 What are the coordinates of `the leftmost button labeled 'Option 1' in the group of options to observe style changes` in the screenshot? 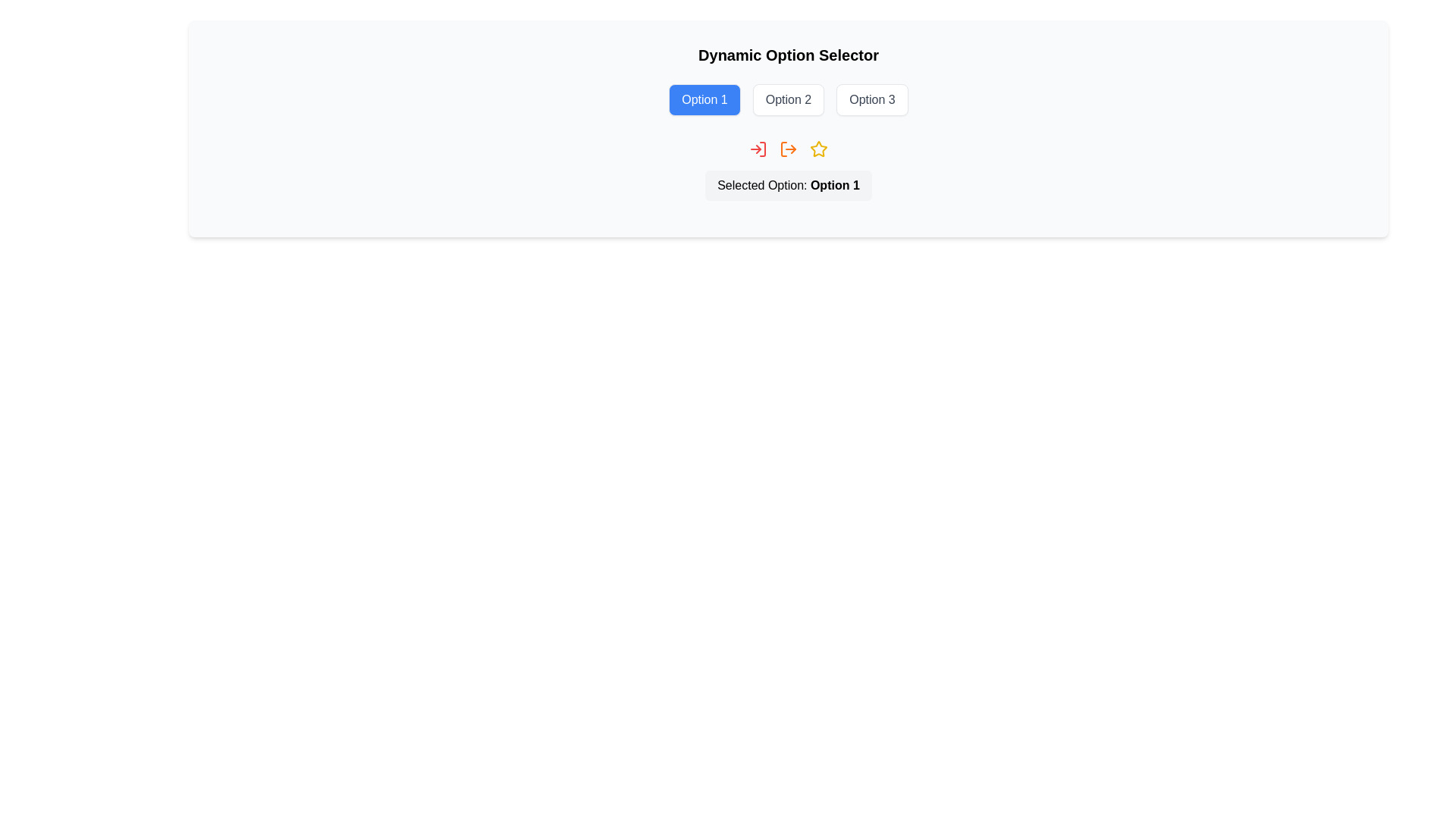 It's located at (704, 99).